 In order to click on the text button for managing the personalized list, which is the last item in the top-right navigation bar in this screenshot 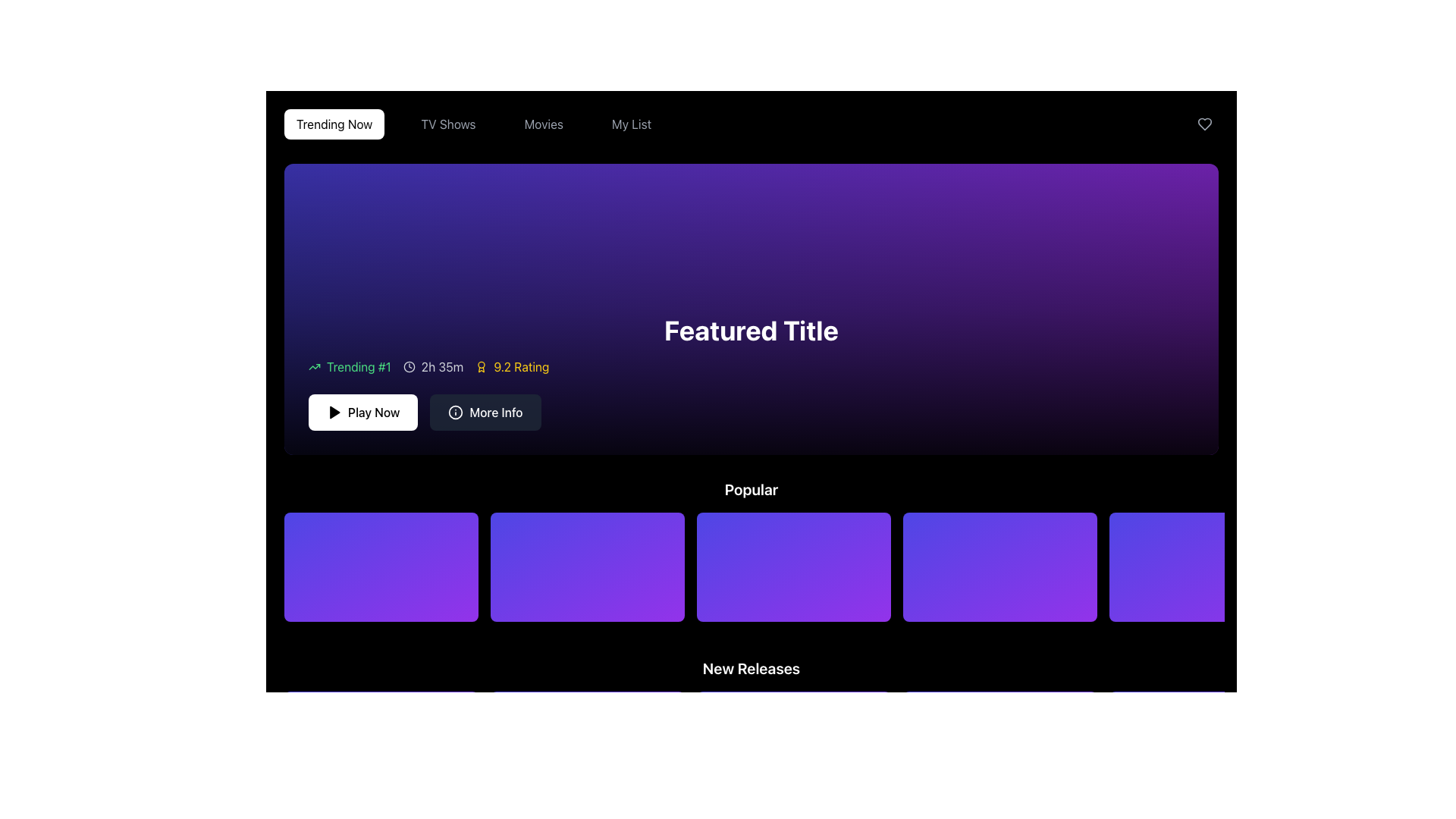, I will do `click(631, 124)`.